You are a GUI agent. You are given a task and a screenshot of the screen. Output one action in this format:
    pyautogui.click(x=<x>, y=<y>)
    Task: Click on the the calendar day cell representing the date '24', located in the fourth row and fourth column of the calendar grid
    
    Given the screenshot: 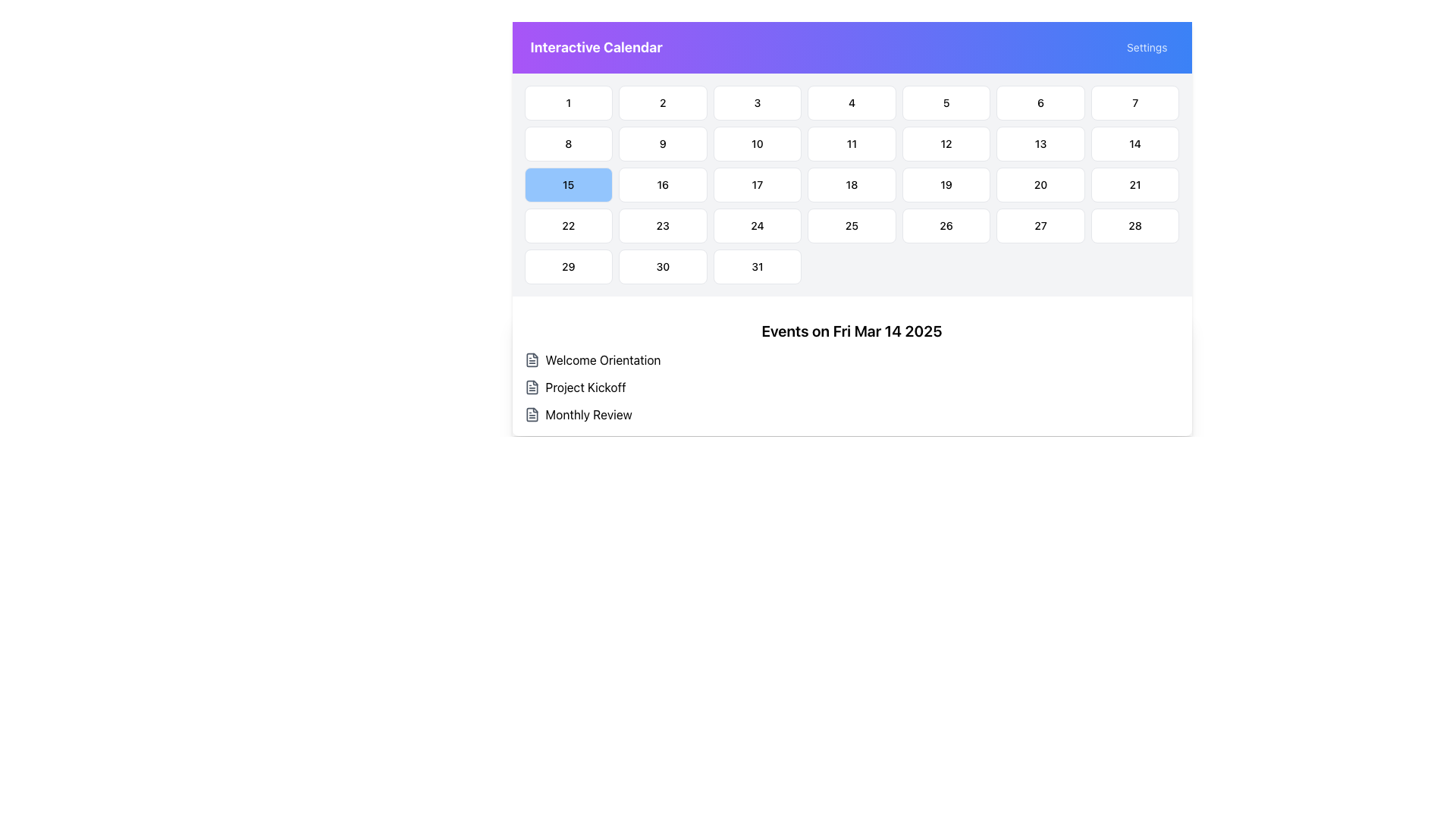 What is the action you would take?
    pyautogui.click(x=757, y=225)
    